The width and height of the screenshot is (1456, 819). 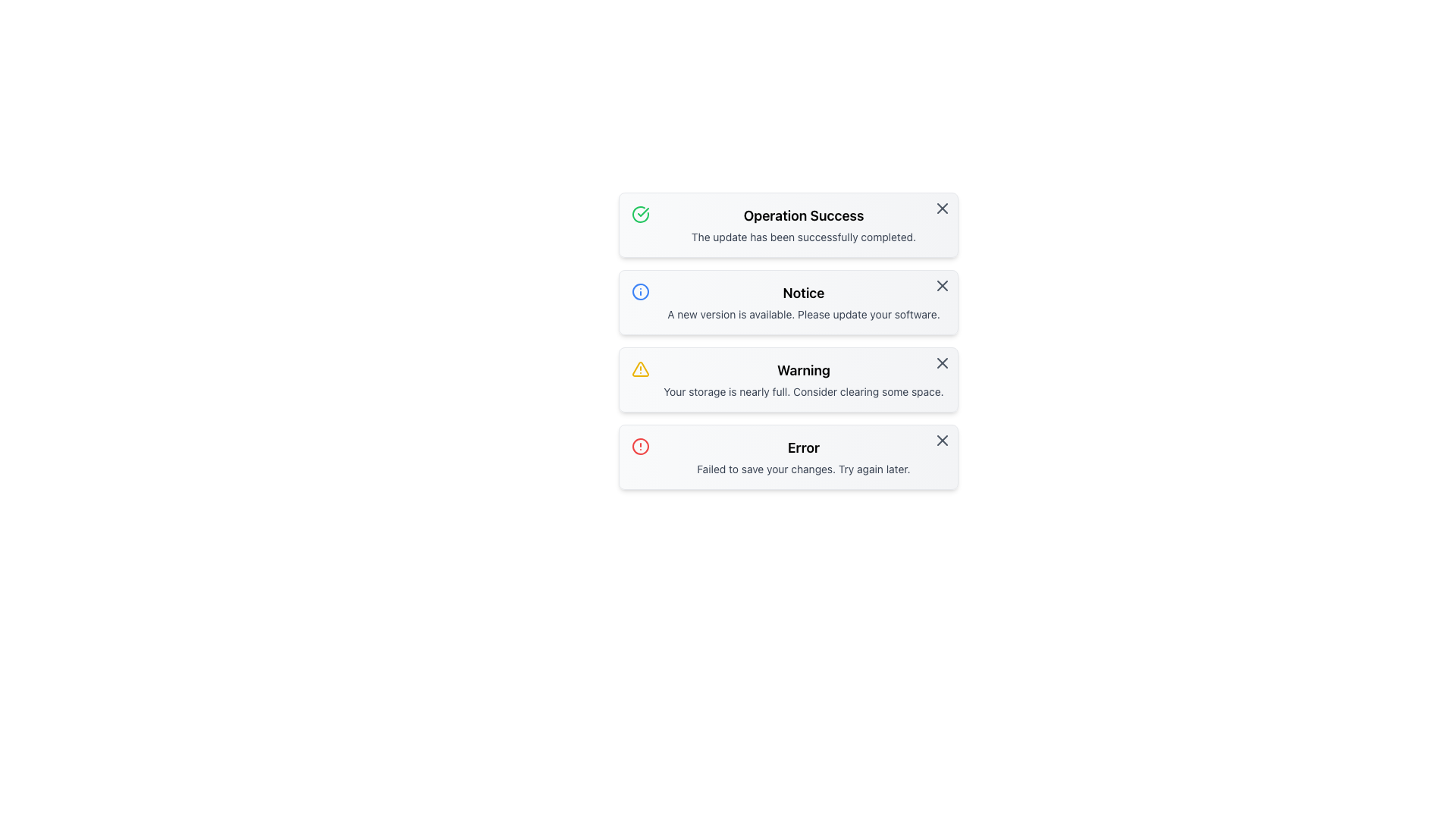 I want to click on the circular information icon with a blue border located in the second notification titled 'Notice', so click(x=640, y=292).